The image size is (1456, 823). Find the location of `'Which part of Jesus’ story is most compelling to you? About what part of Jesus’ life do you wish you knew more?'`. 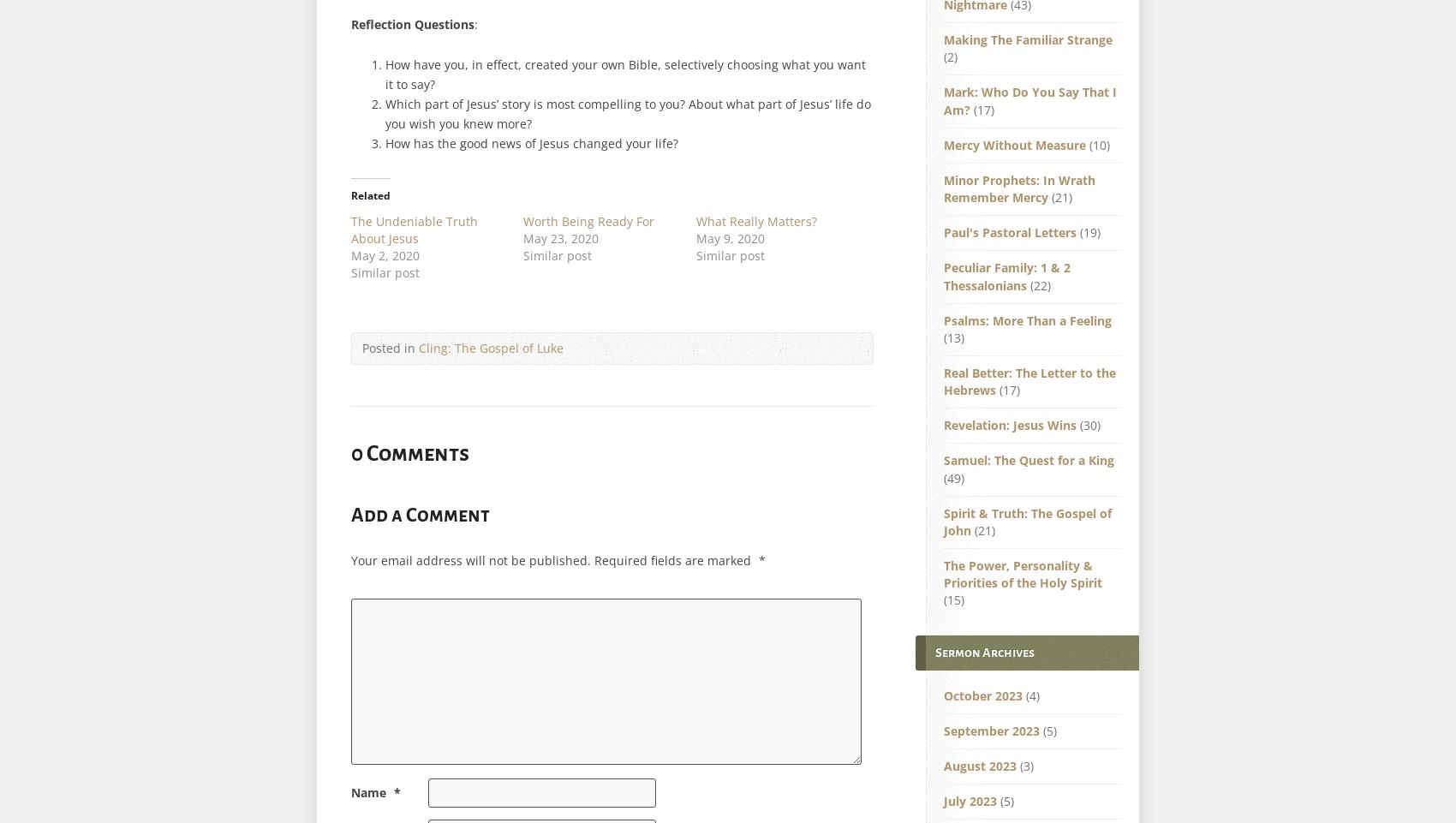

'Which part of Jesus’ story is most compelling to you? About what part of Jesus’ life do you wish you knew more?' is located at coordinates (385, 112).